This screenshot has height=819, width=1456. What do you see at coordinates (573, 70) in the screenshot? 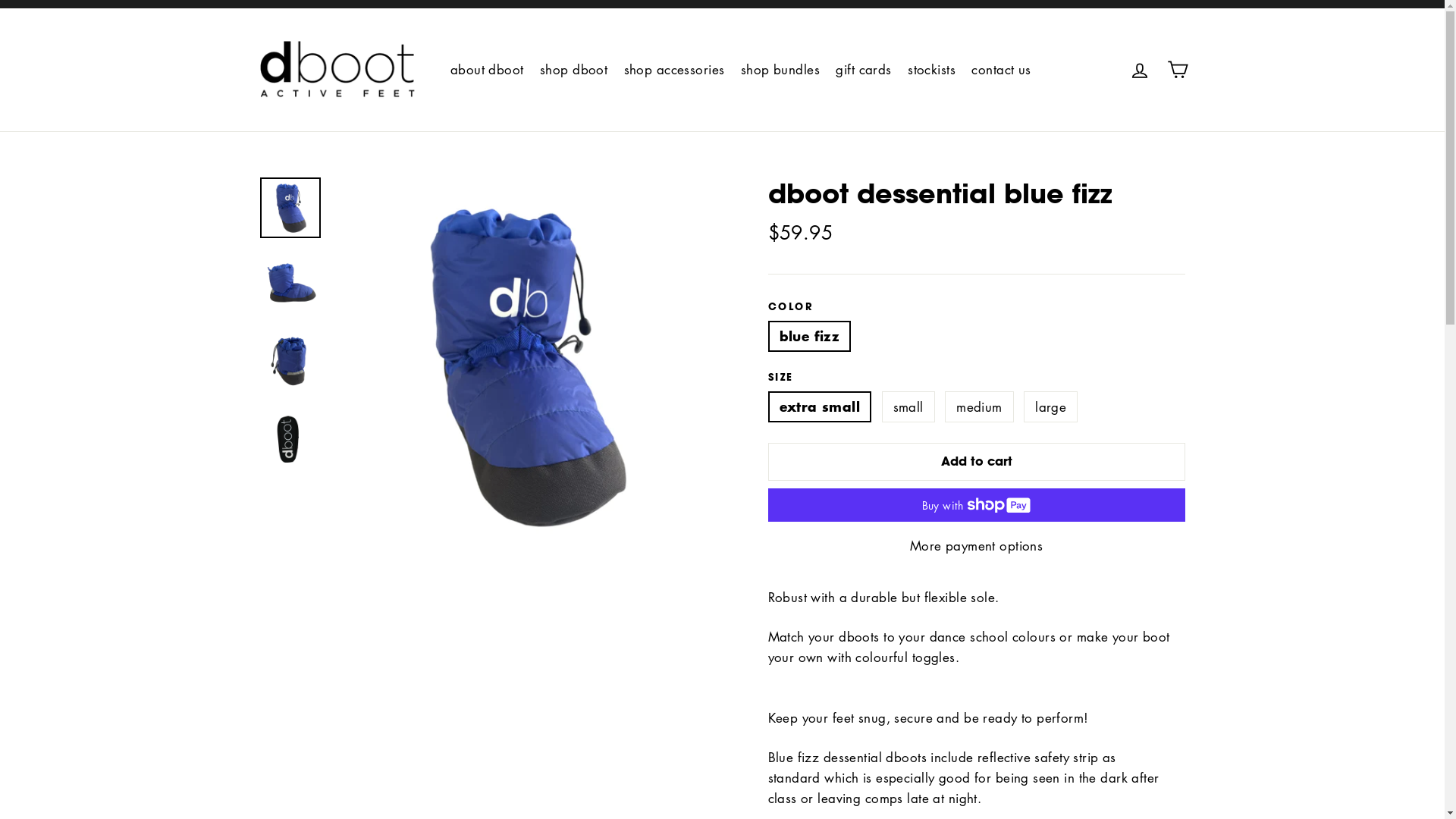
I see `'shop dboot'` at bounding box center [573, 70].